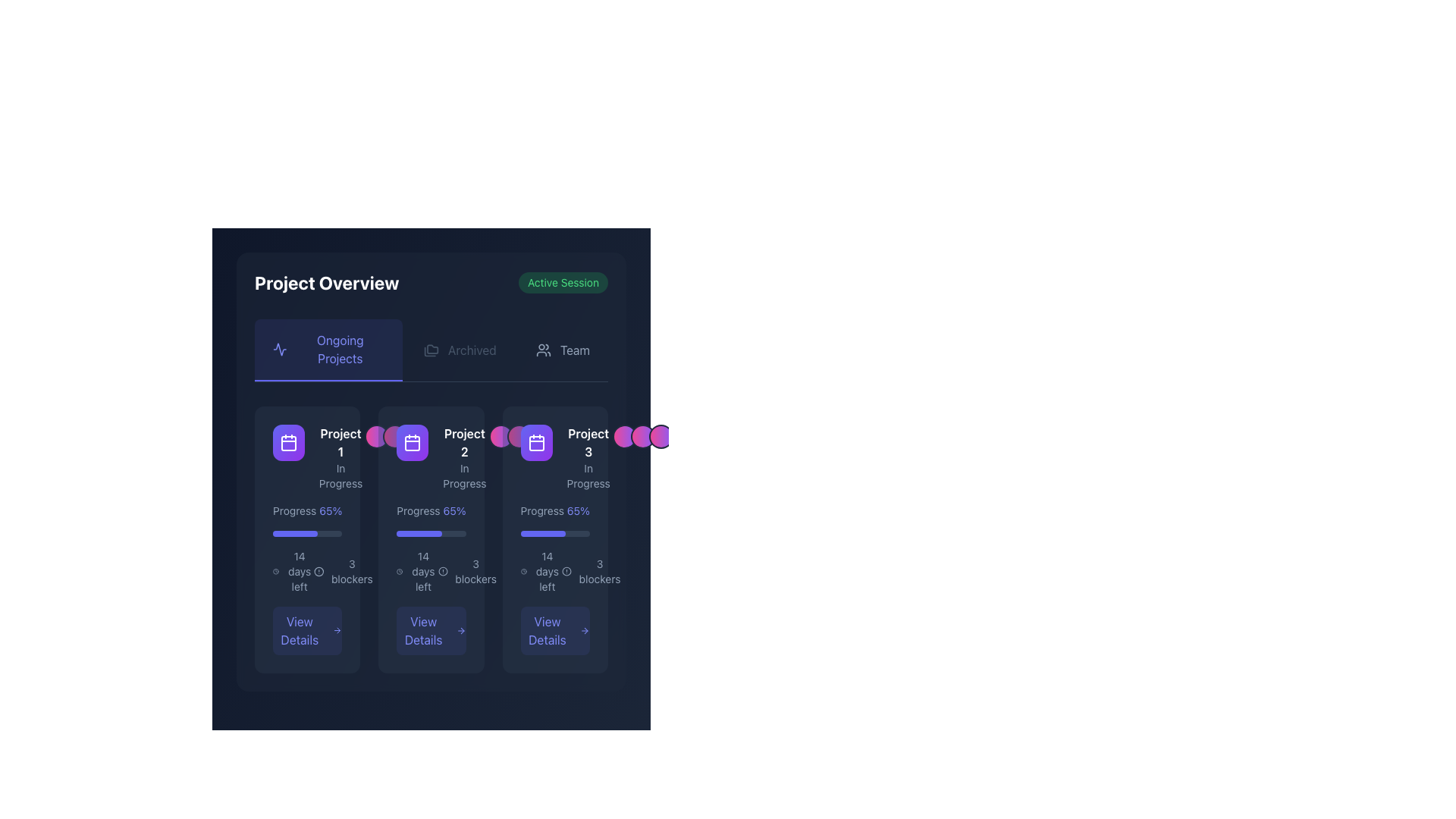  Describe the element at coordinates (591, 571) in the screenshot. I see `the descriptive label indicating '3 blockers' in the third project card of the 'Ongoing Projects' section` at that location.